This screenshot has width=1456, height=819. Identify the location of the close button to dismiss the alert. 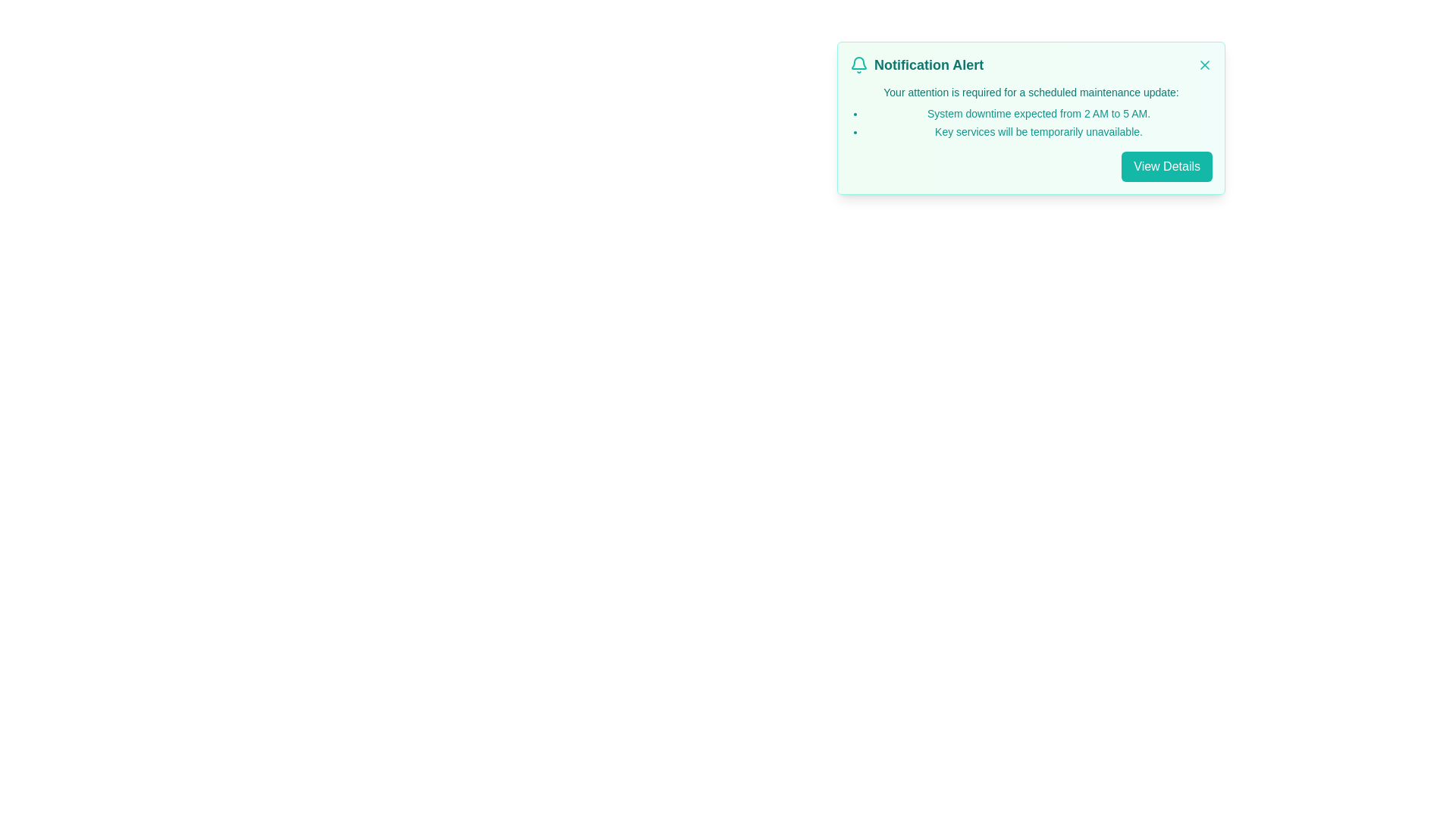
(1203, 64).